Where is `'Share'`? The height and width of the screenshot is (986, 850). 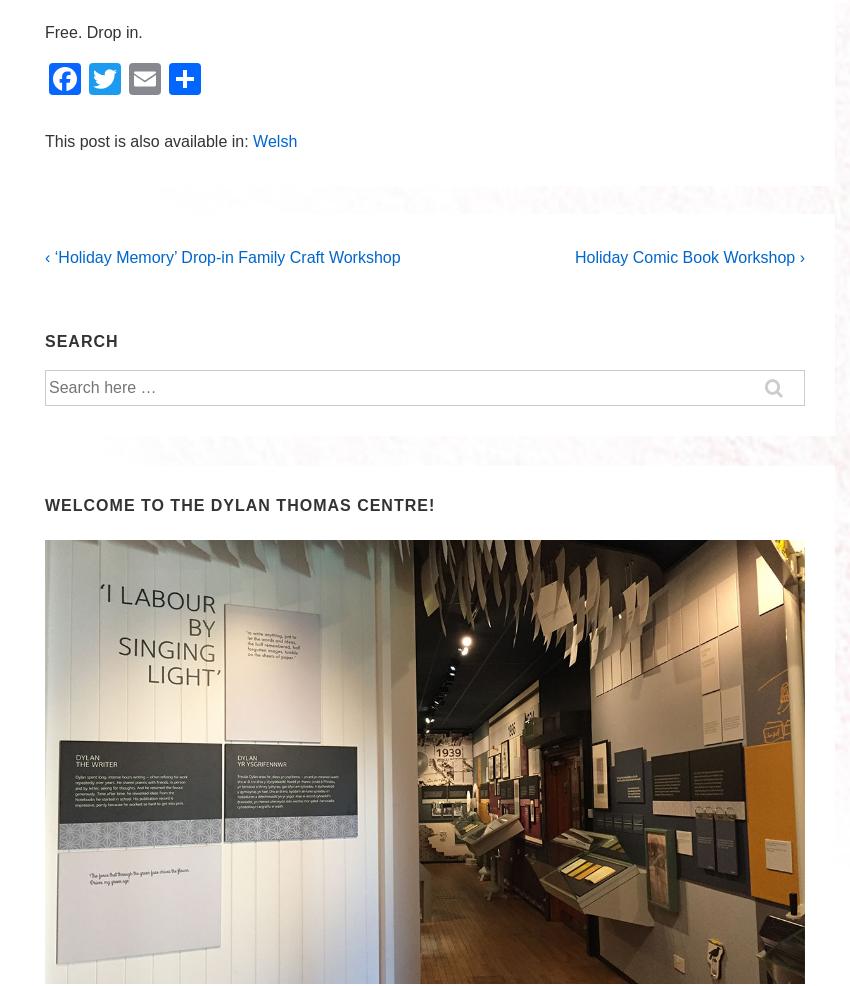 'Share' is located at coordinates (214, 126).